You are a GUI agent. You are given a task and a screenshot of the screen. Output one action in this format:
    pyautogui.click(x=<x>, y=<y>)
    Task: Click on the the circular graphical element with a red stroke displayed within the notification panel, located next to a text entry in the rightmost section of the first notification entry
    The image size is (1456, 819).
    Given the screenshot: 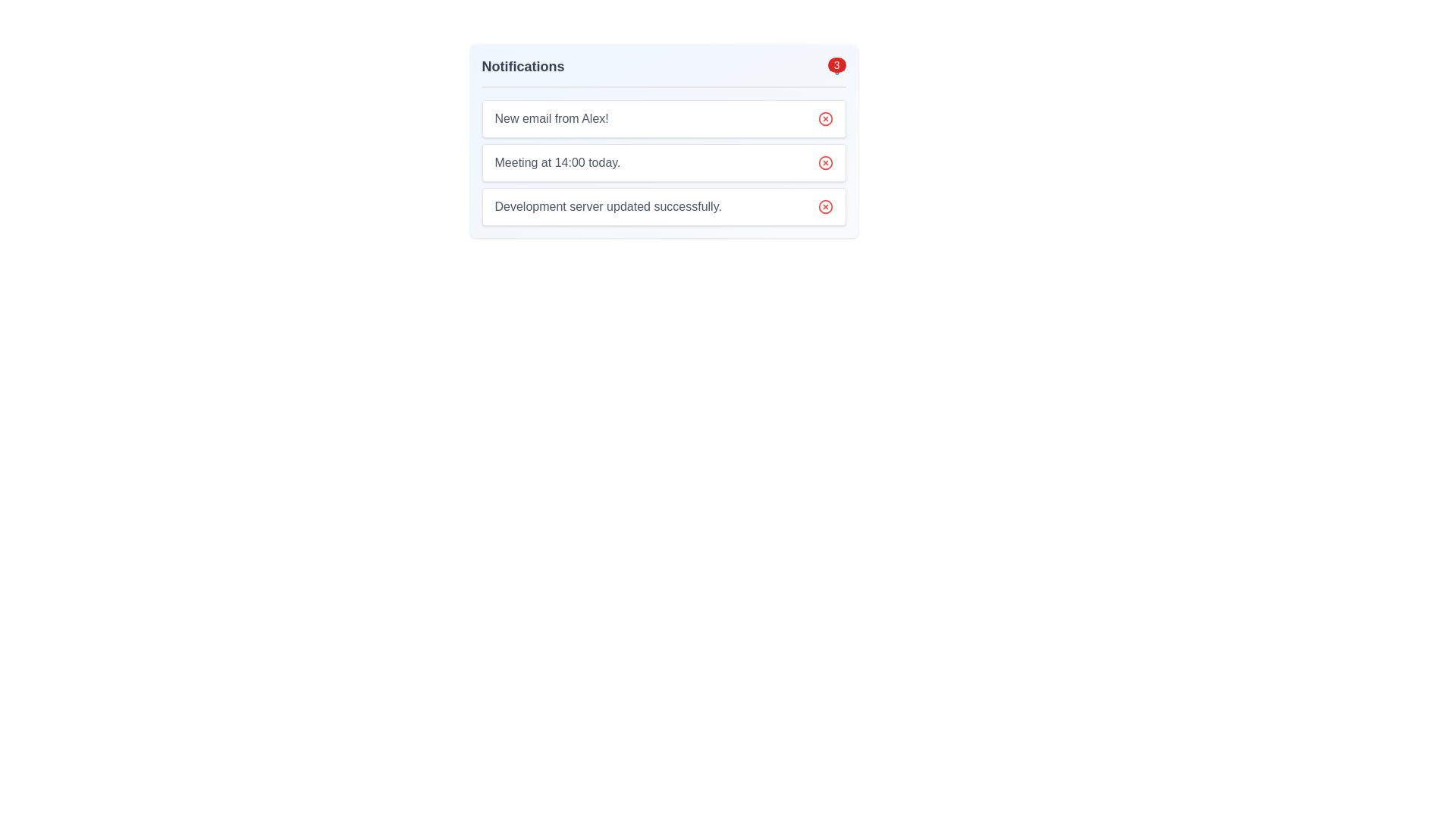 What is the action you would take?
    pyautogui.click(x=824, y=118)
    